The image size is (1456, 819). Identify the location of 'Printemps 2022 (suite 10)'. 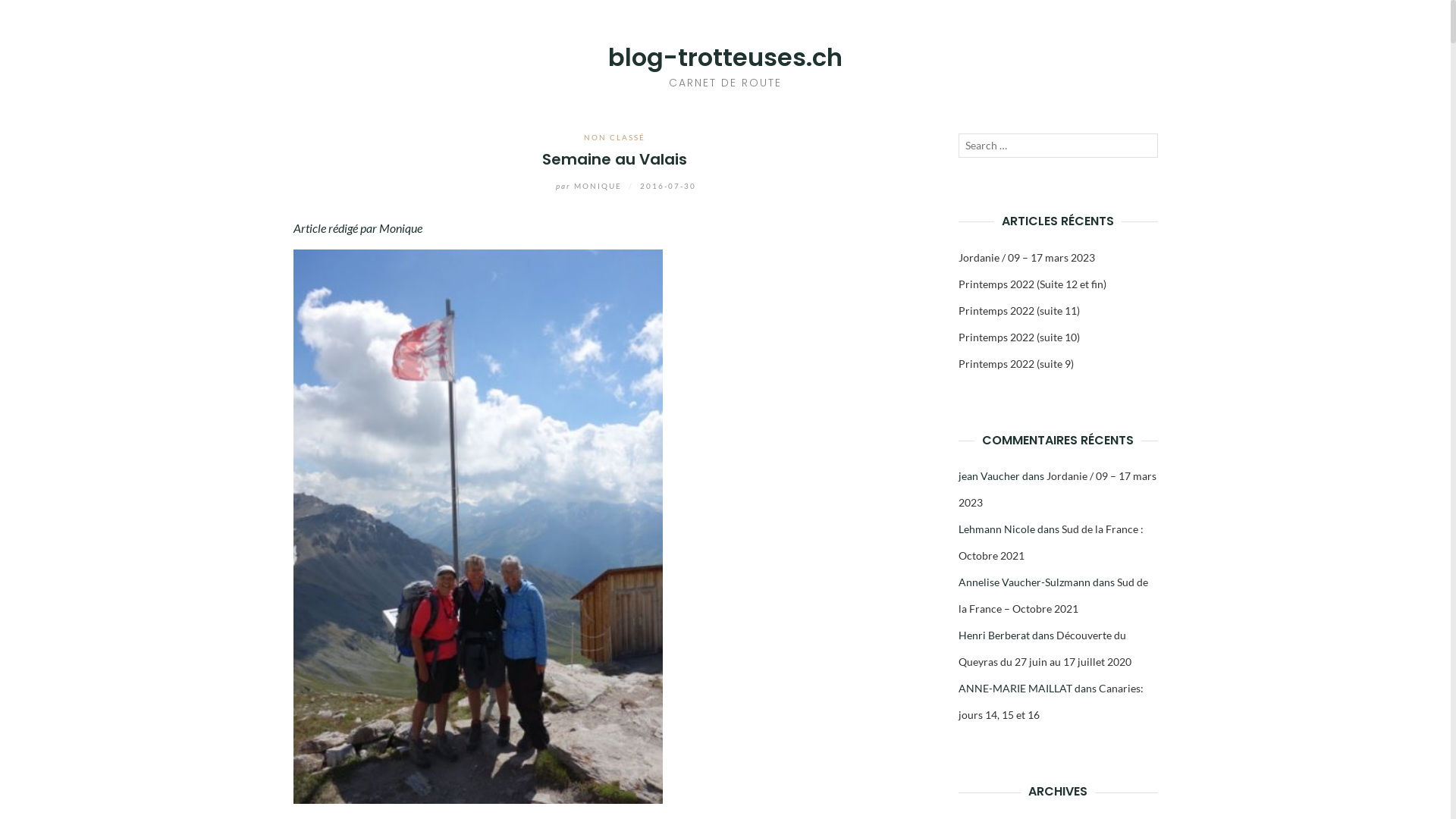
(957, 336).